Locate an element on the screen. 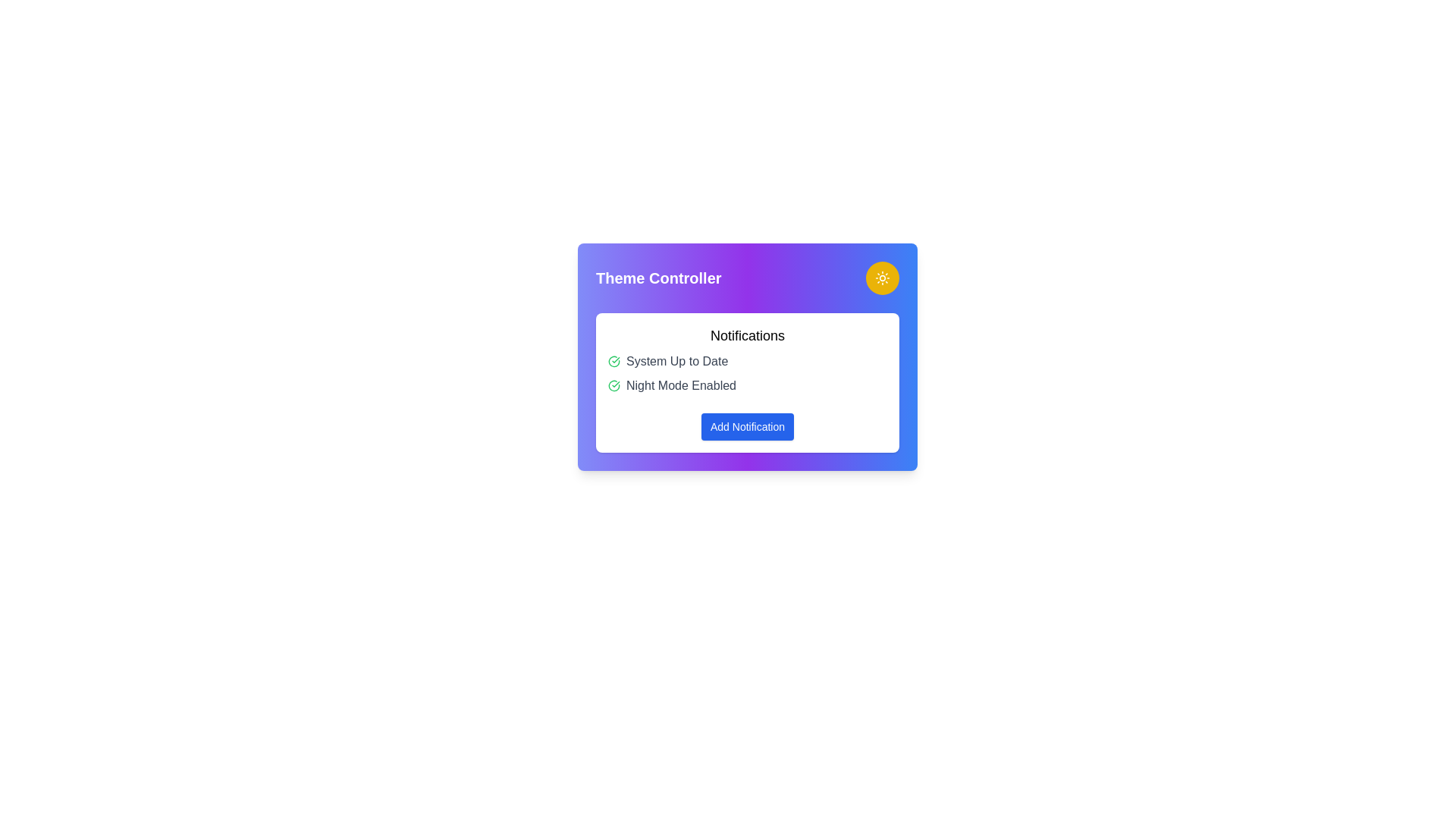 The height and width of the screenshot is (819, 1456). the sun icon located within the yellow rounded button at the top-right corner of the 'Theme Controller' card is located at coordinates (882, 278).